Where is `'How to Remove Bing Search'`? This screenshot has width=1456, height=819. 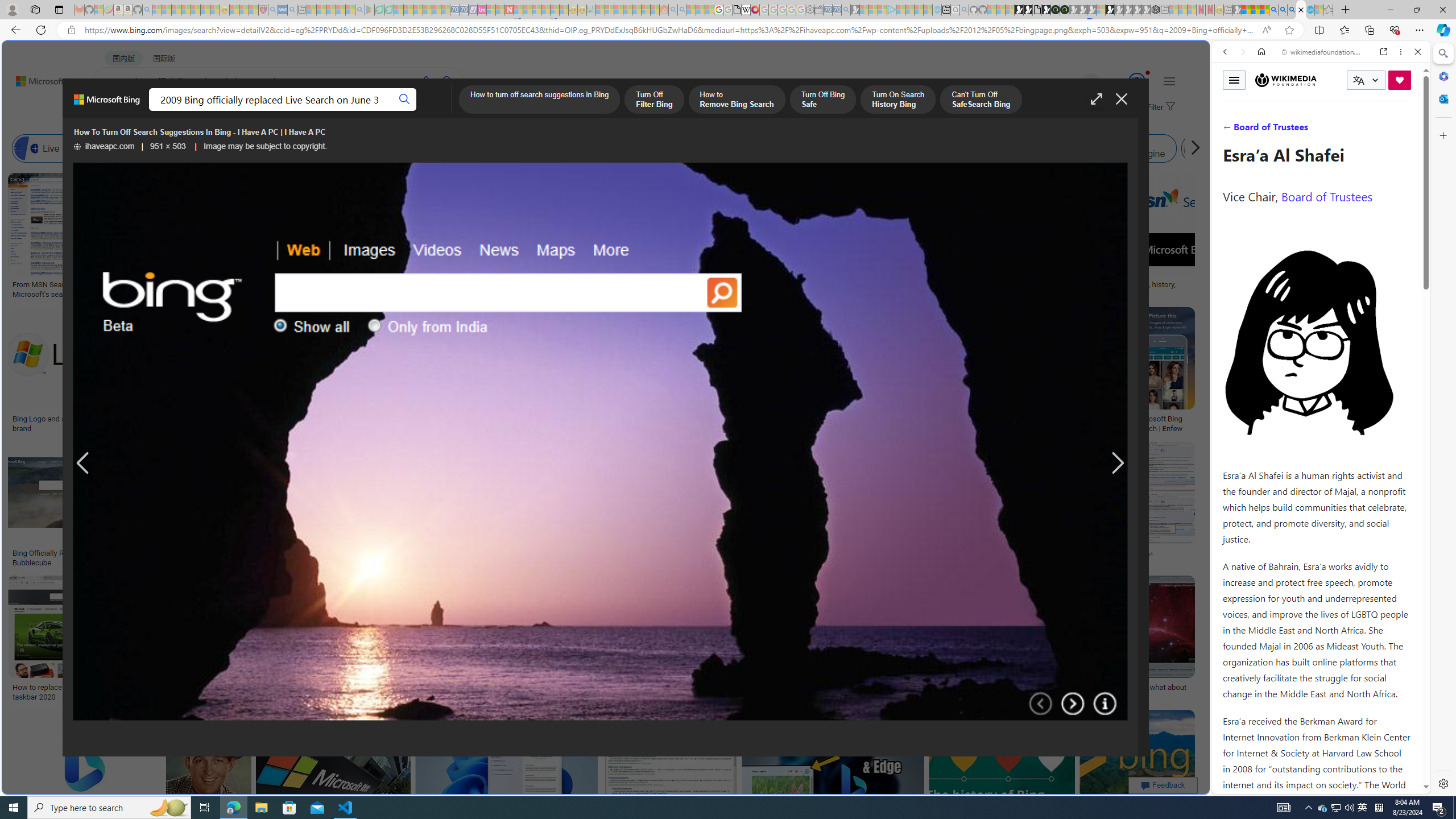 'How to Remove Bing Search' is located at coordinates (737, 100).